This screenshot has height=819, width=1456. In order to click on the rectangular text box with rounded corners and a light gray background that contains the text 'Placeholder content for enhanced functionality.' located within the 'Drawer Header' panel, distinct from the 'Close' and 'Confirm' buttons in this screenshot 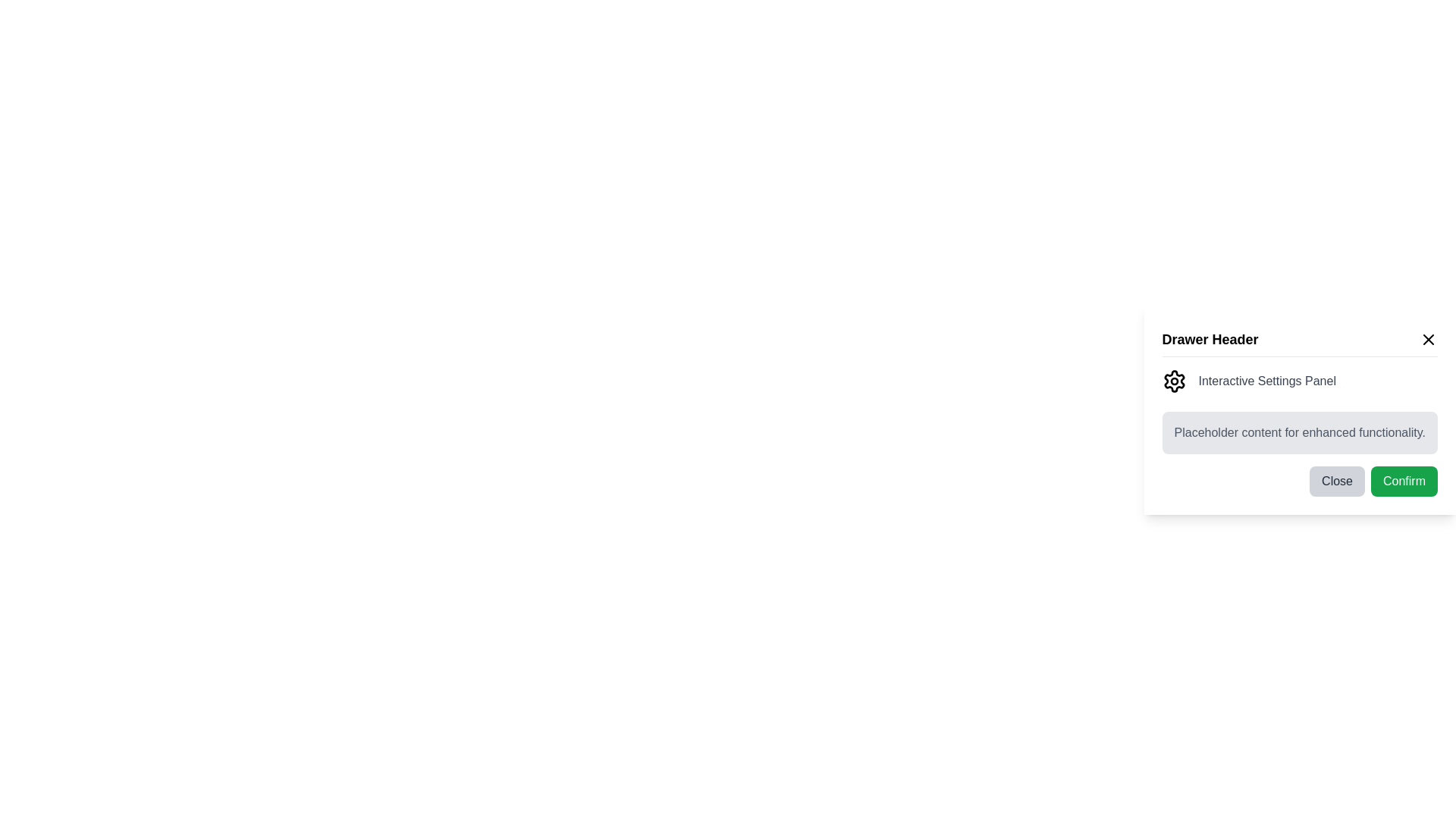, I will do `click(1299, 432)`.